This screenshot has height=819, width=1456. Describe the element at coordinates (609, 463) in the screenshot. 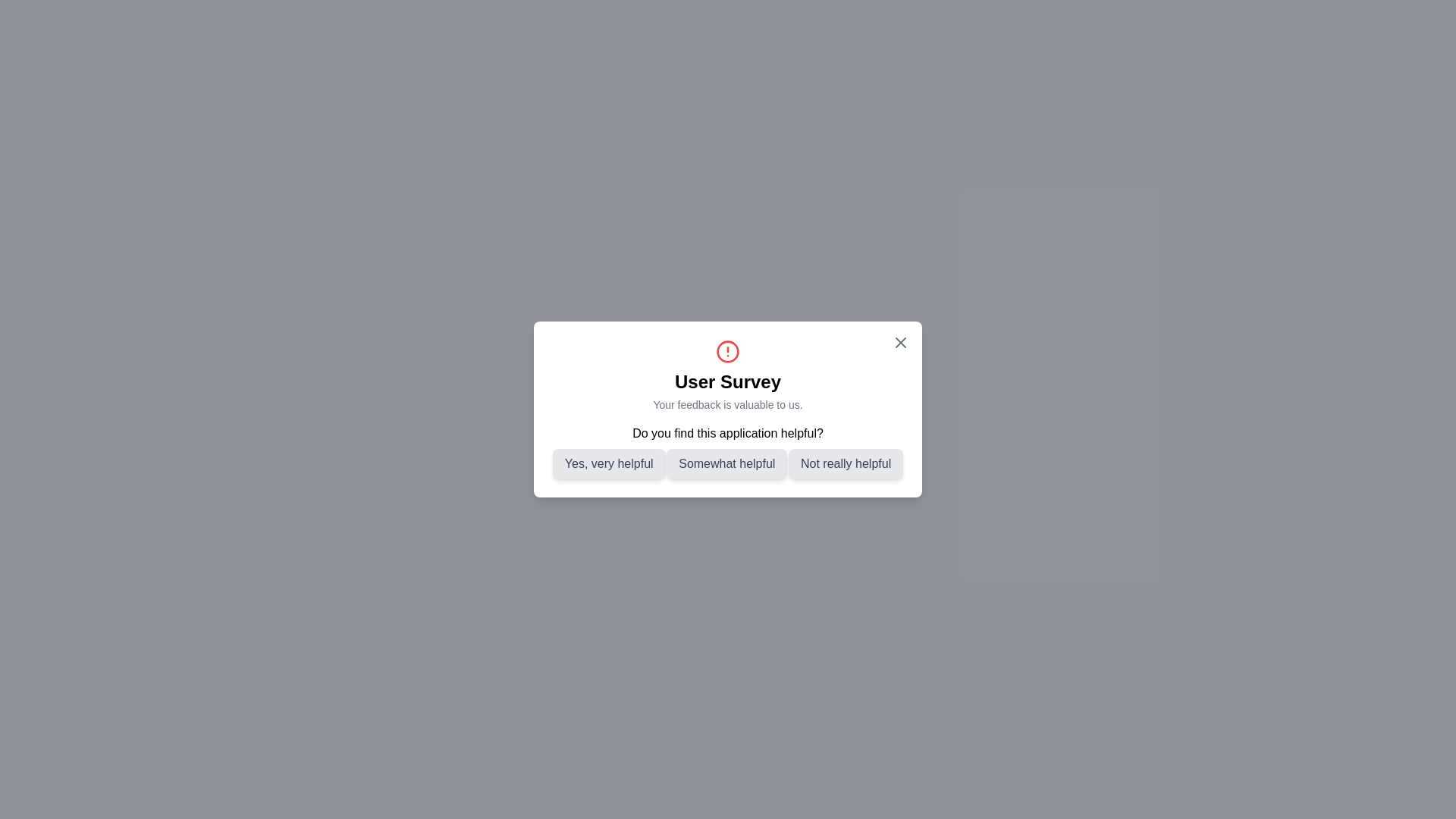

I see `the leftmost button labeled 'Yes, very helpful' in the feedback section of the pop-up modal dialog` at that location.